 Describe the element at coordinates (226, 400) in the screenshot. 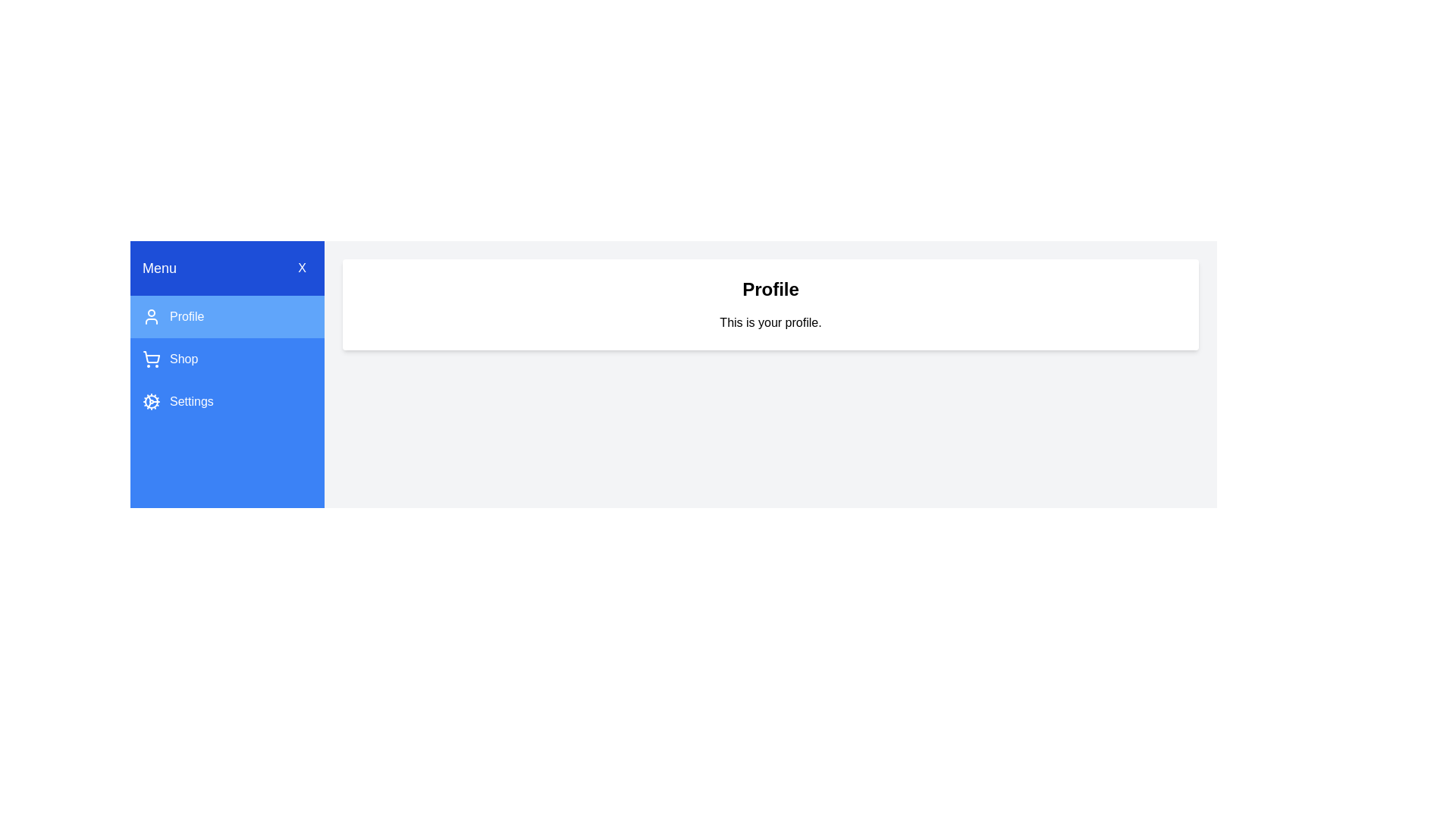

I see `the tab labeled Settings to view its content` at that location.